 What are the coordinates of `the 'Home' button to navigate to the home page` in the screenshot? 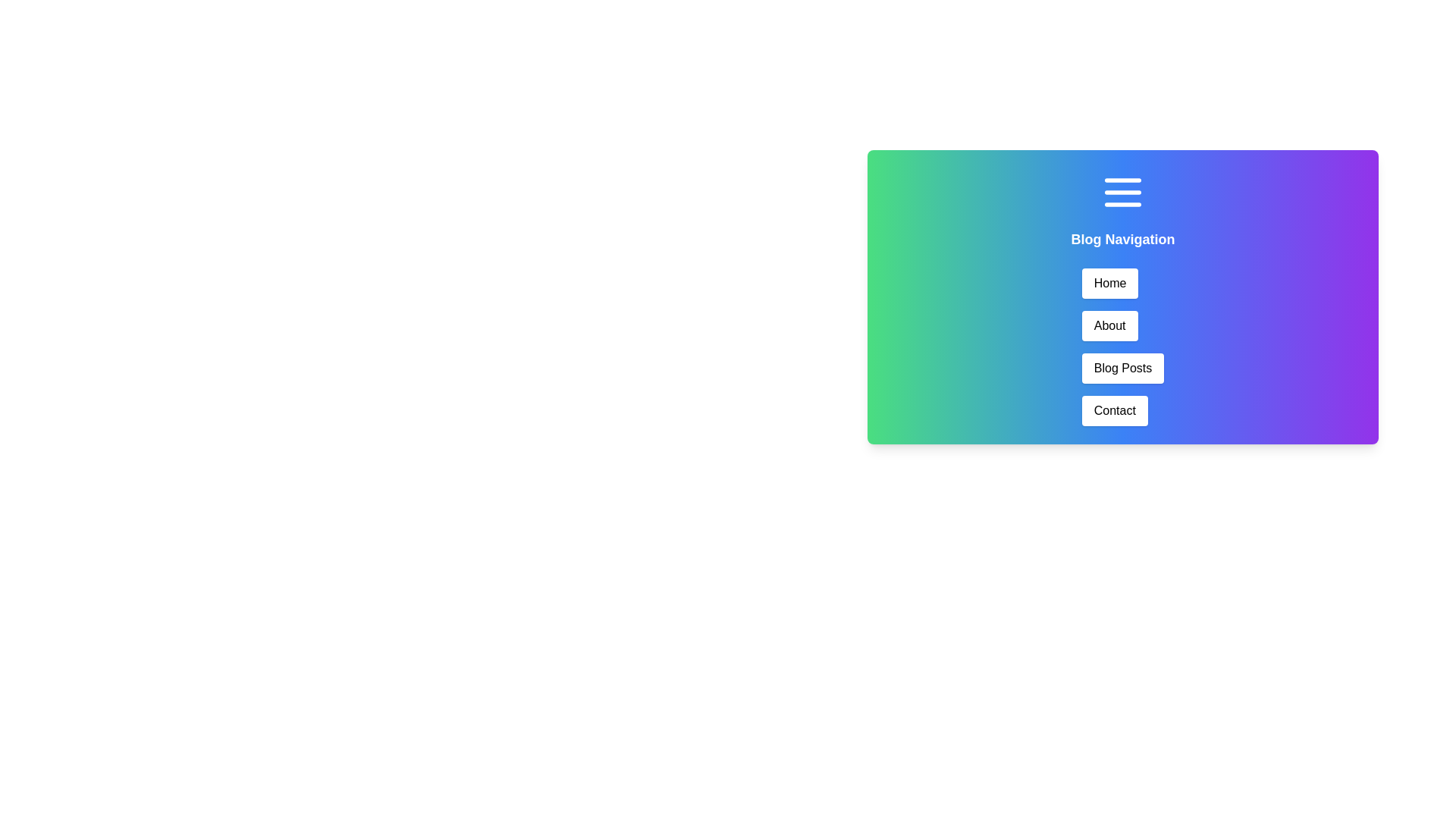 It's located at (1110, 284).